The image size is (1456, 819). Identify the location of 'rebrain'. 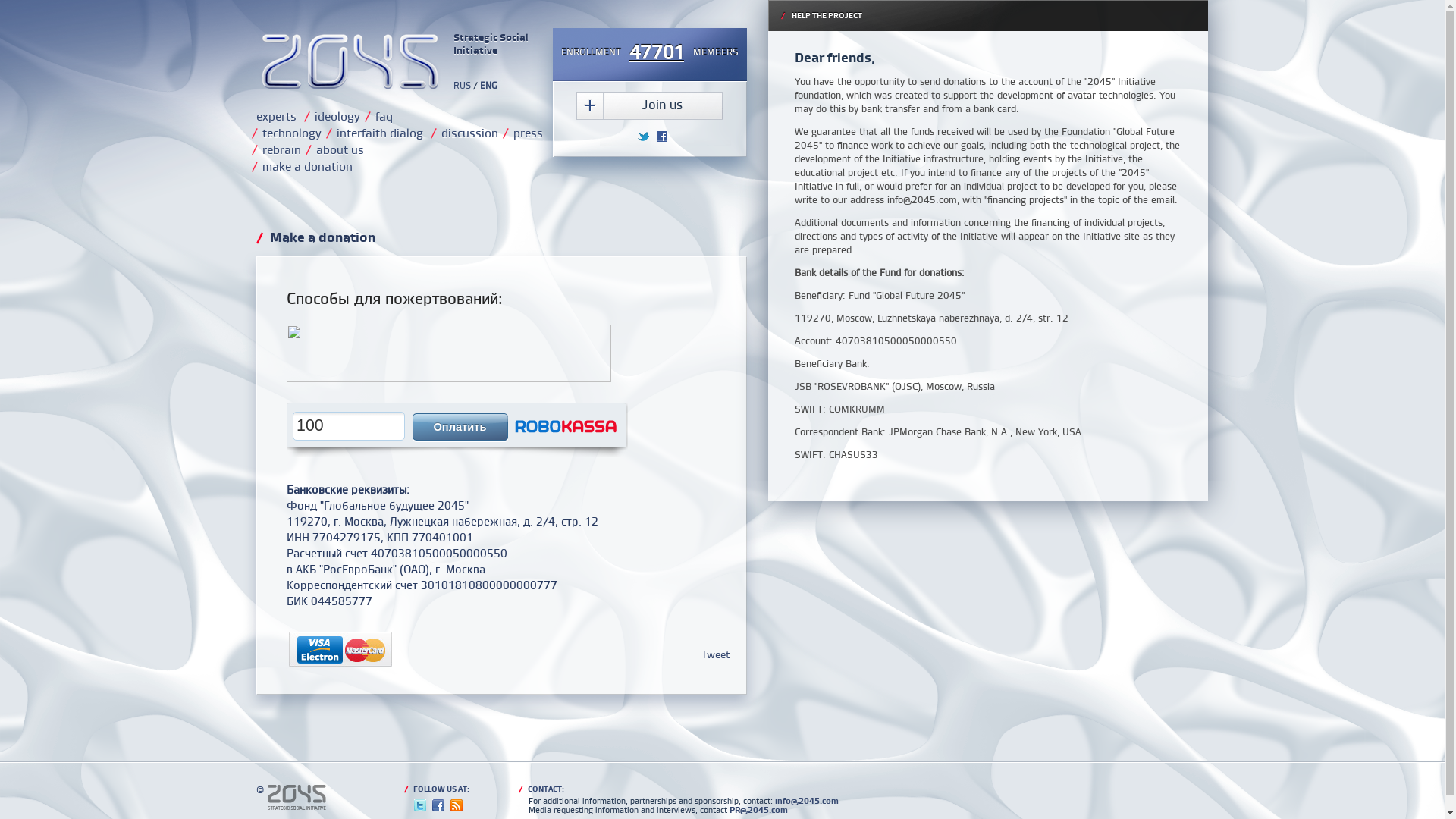
(262, 149).